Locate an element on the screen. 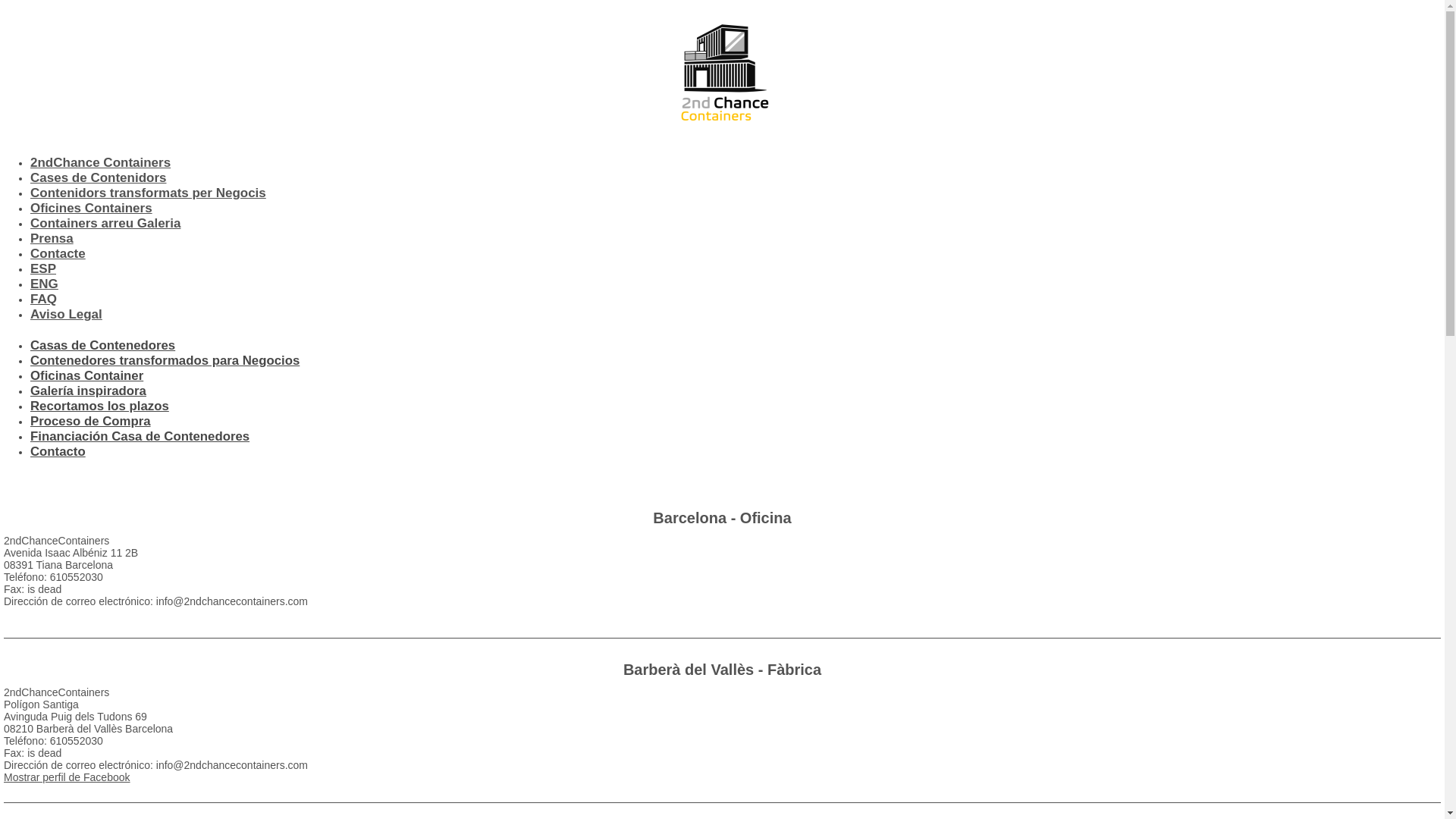 The width and height of the screenshot is (1456, 819). 'Contacto' is located at coordinates (30, 450).